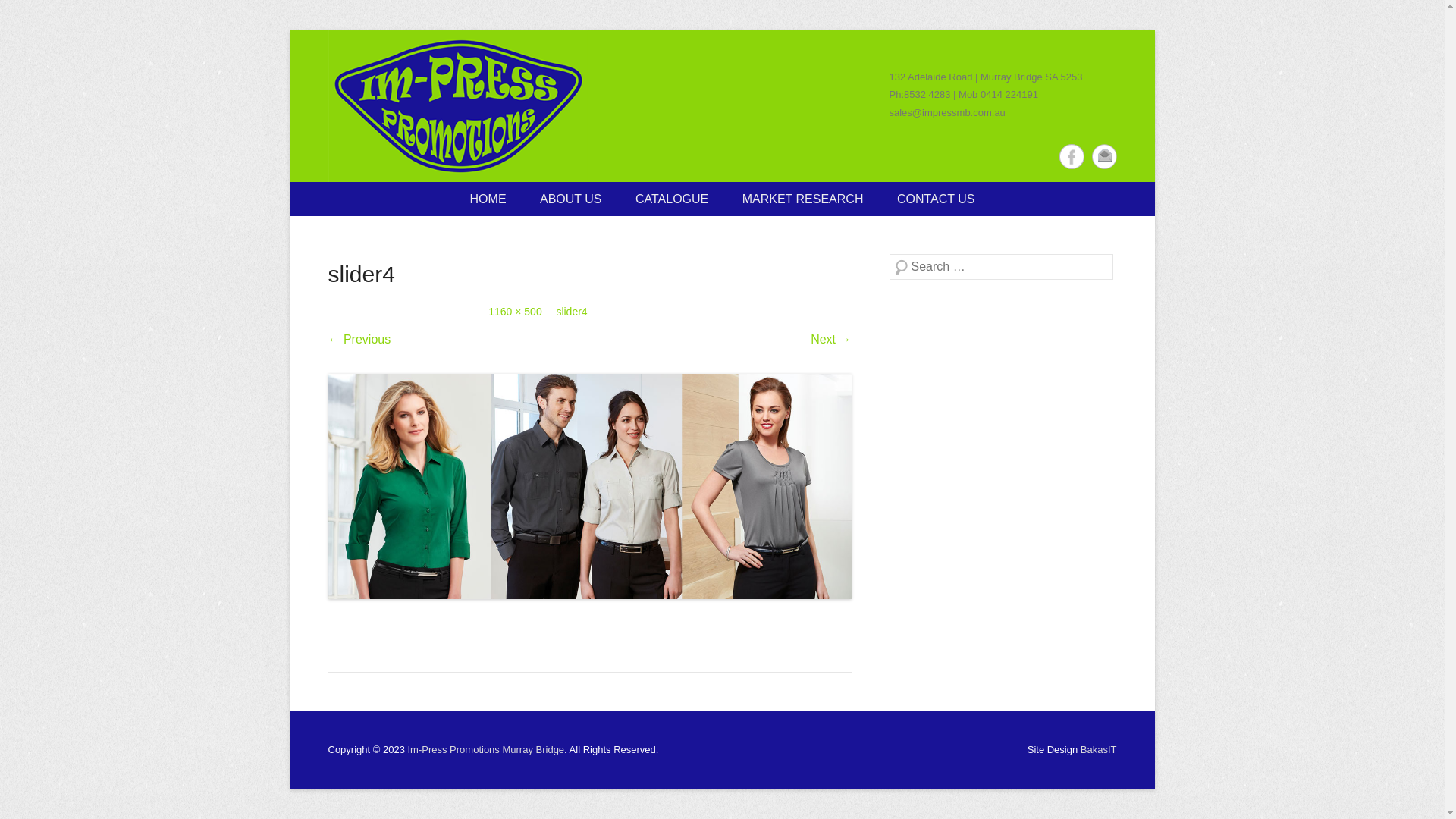 This screenshot has height=819, width=1456. I want to click on 'BakasIT', so click(1099, 748).